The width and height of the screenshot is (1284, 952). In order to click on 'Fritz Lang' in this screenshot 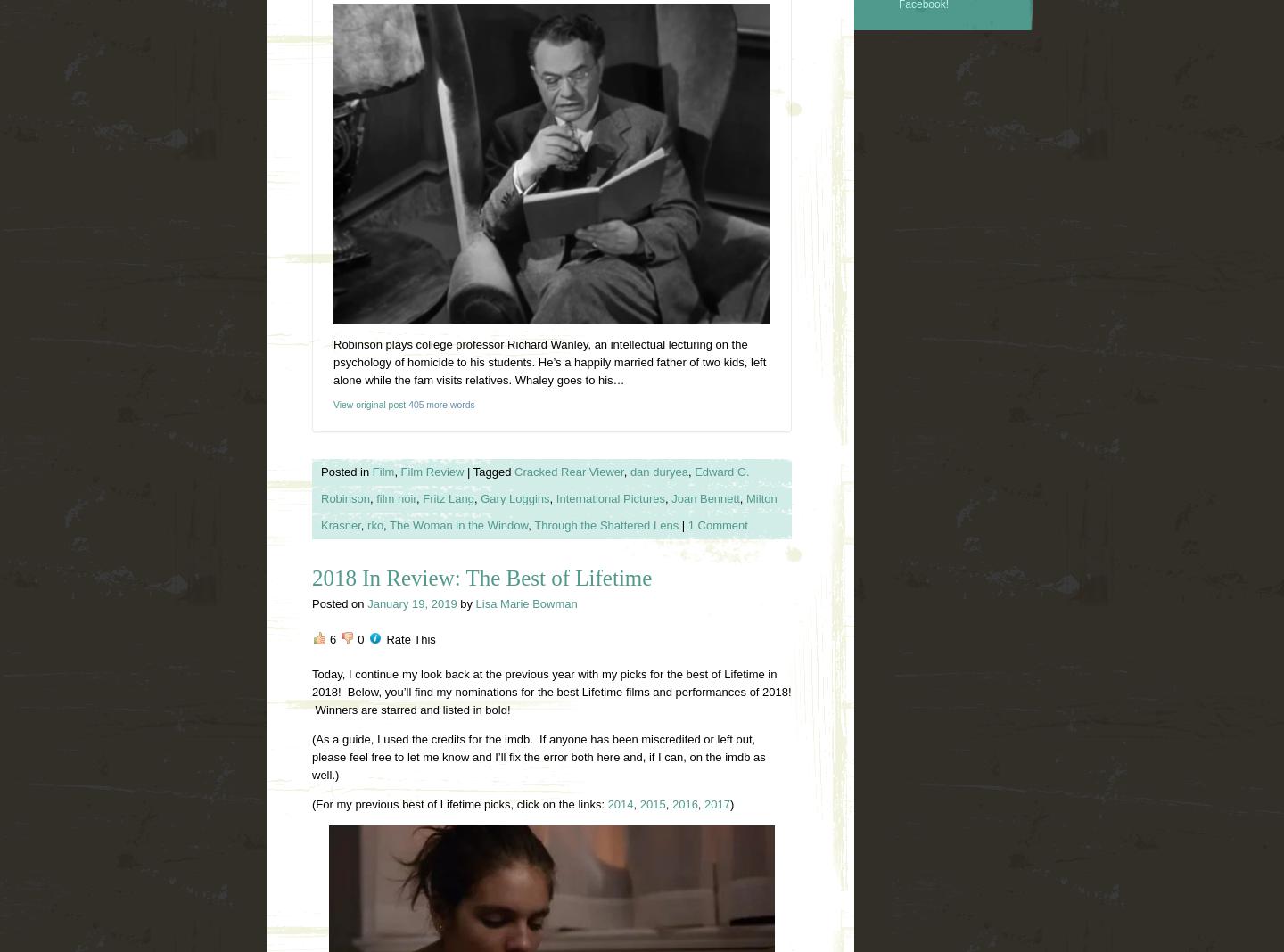, I will do `click(447, 497)`.